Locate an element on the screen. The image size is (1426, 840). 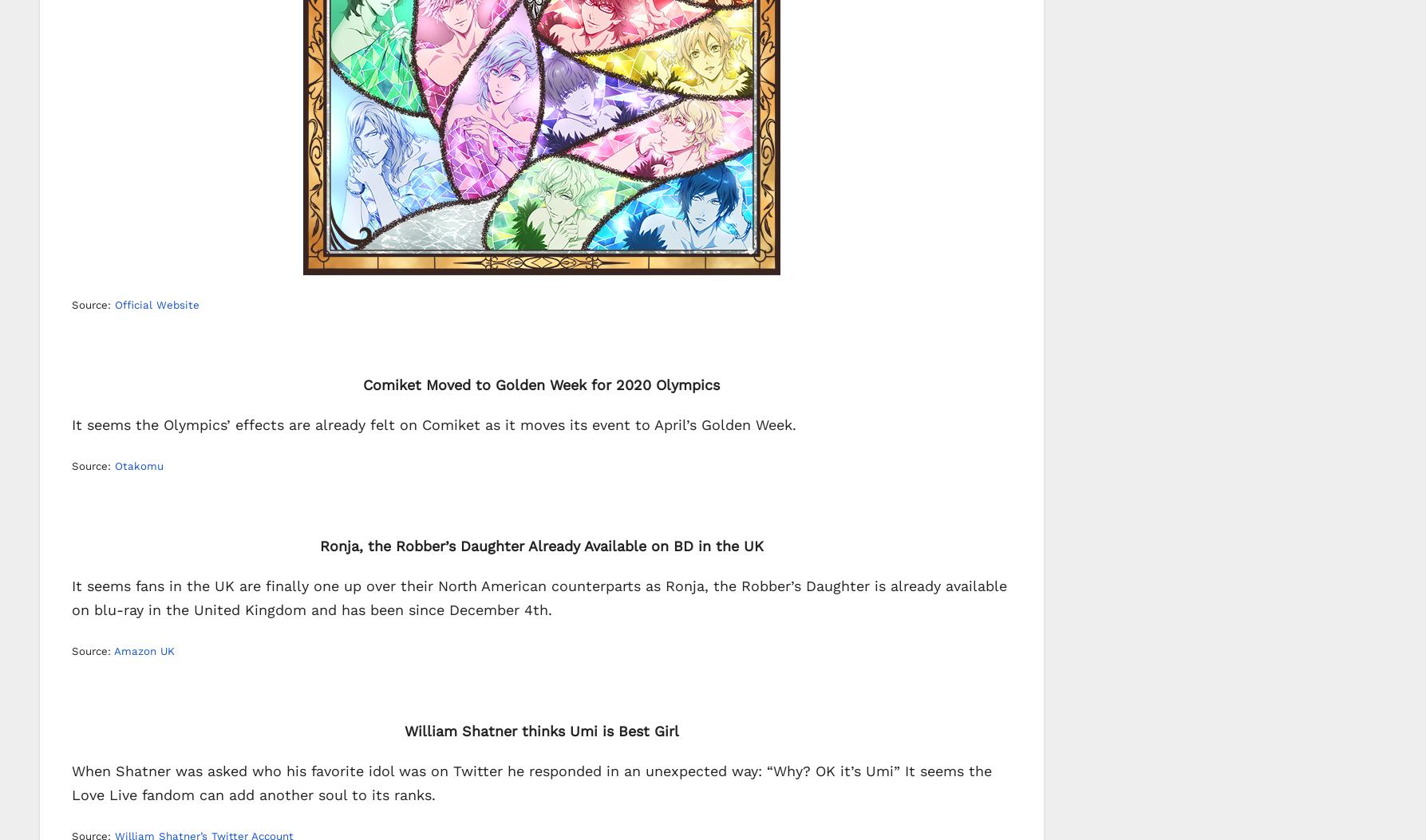
'Otakomu' is located at coordinates (139, 465).